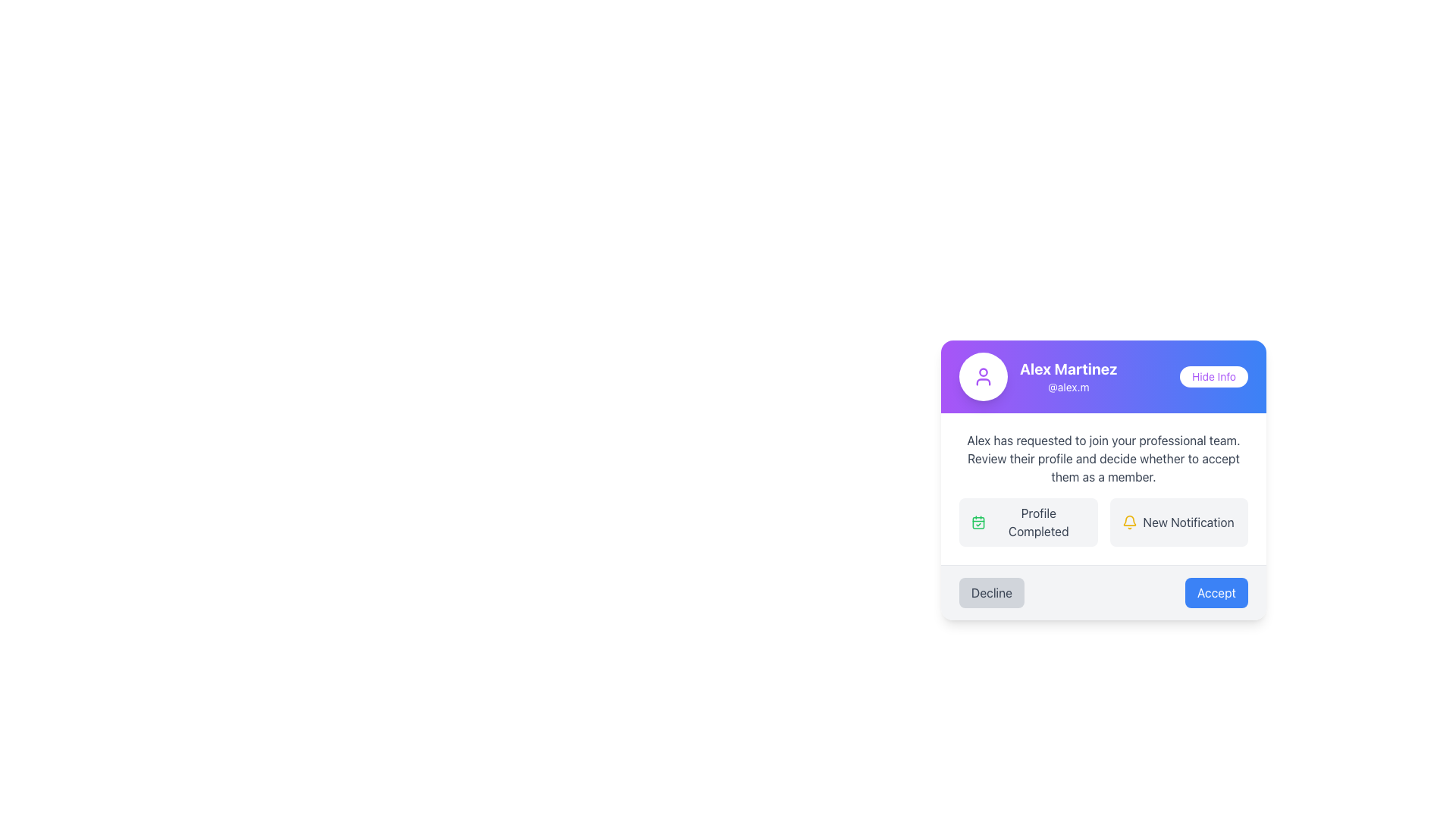 This screenshot has width=1456, height=819. Describe the element at coordinates (983, 372) in the screenshot. I see `the circular representation within the user profile avatar icon located in the header area of the user card, which displays a name and username with a purple background` at that location.